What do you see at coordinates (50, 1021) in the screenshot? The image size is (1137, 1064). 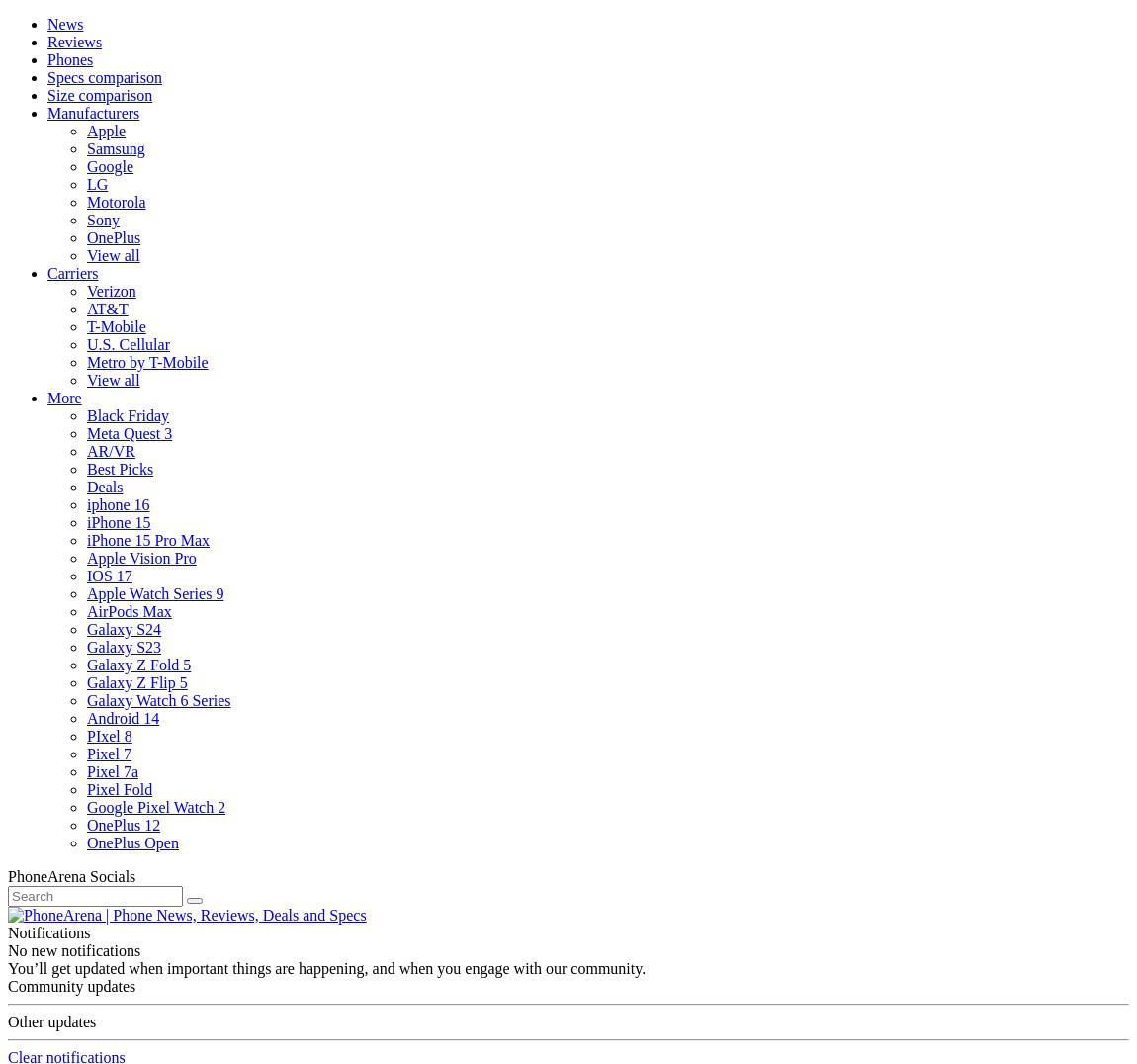 I see `'Other updates'` at bounding box center [50, 1021].